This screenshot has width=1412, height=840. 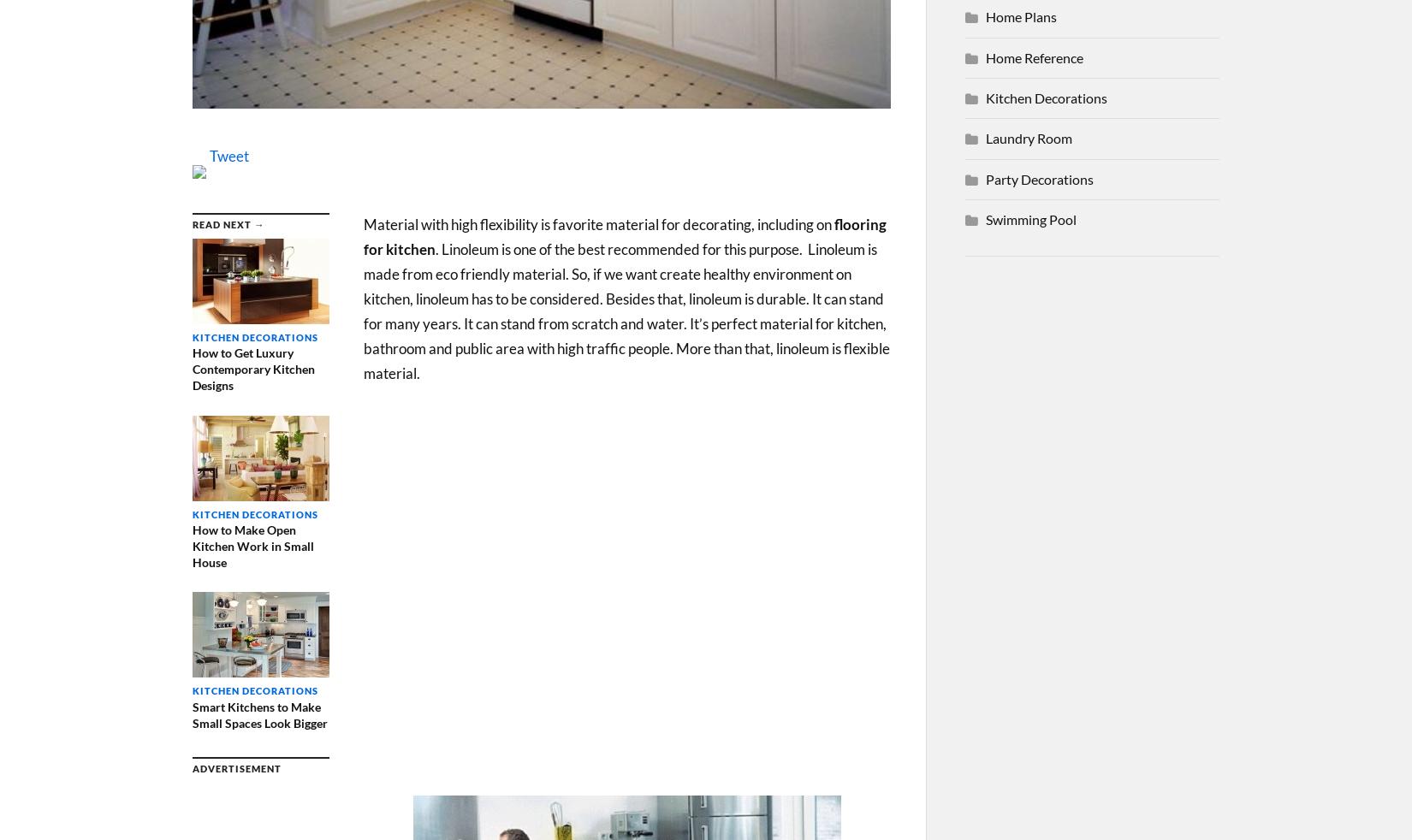 I want to click on 'Read Next →', so click(x=228, y=224).